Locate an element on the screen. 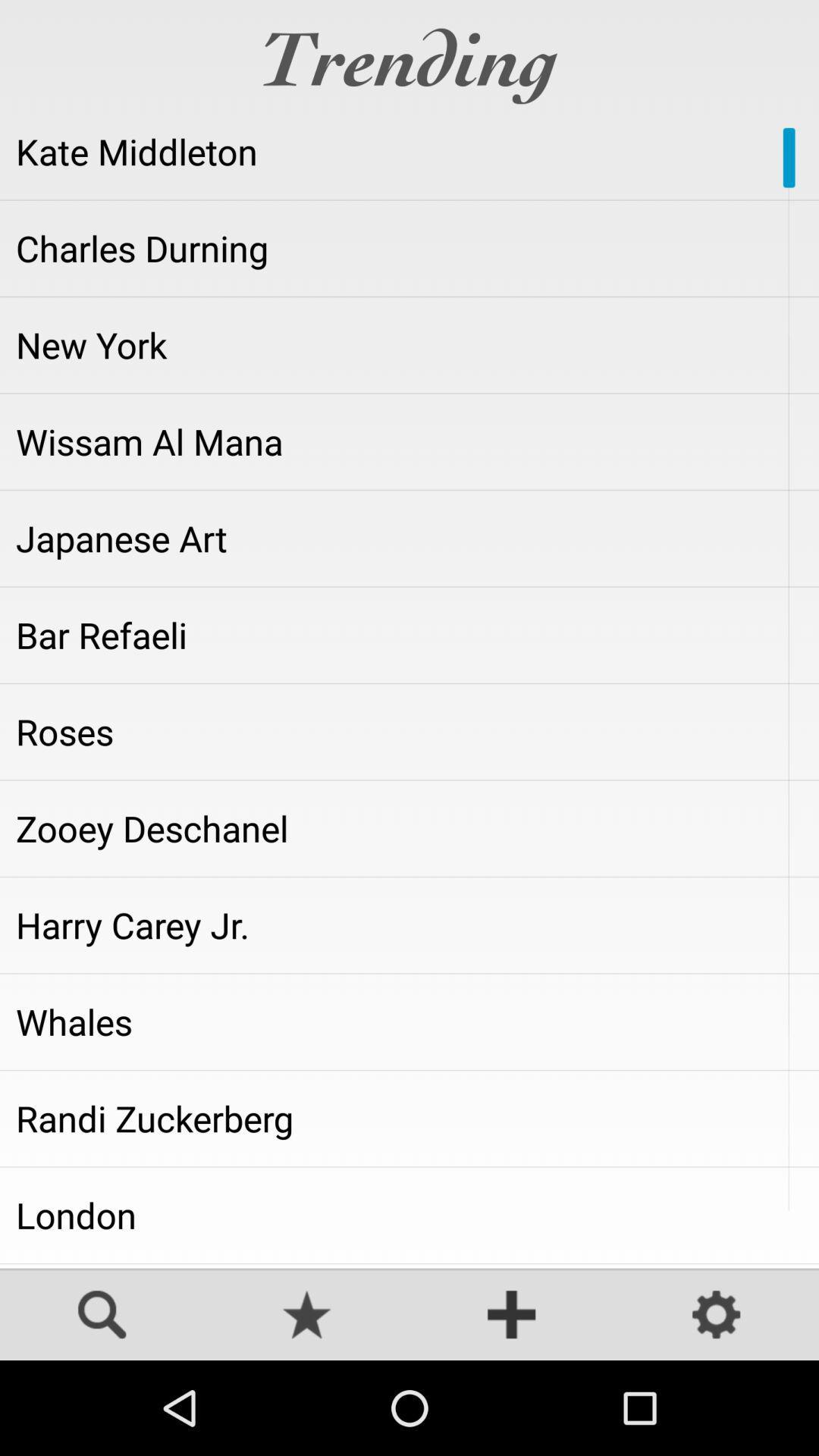  show more is located at coordinates (512, 1316).